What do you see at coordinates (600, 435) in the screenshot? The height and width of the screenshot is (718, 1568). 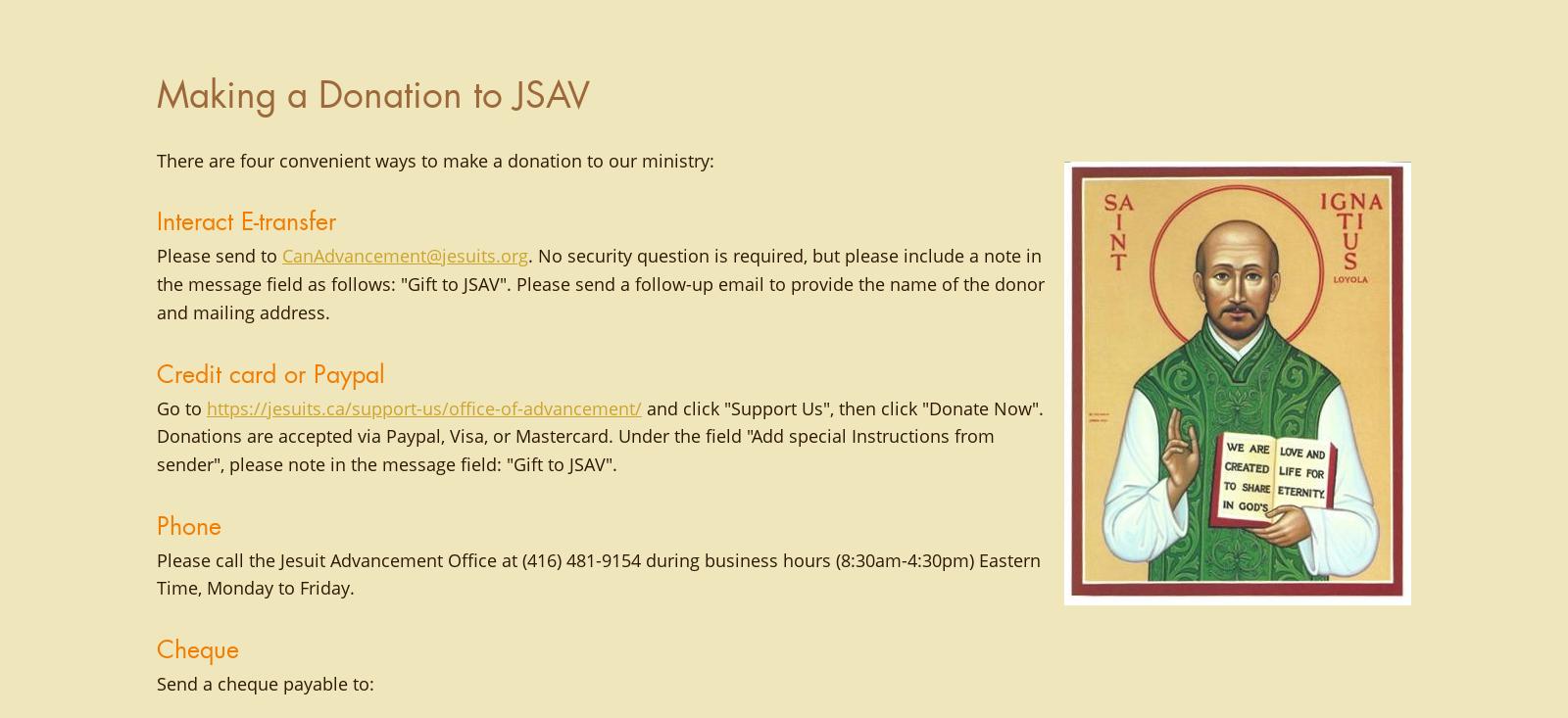 I see `'and click "Support Us", then click "Donate Now". Donations are accepted via Paypal, Visa, or Mastercard. Under the field "Add special Instructions from sender", please note in the message field: "Gift to JSAV".'` at bounding box center [600, 435].